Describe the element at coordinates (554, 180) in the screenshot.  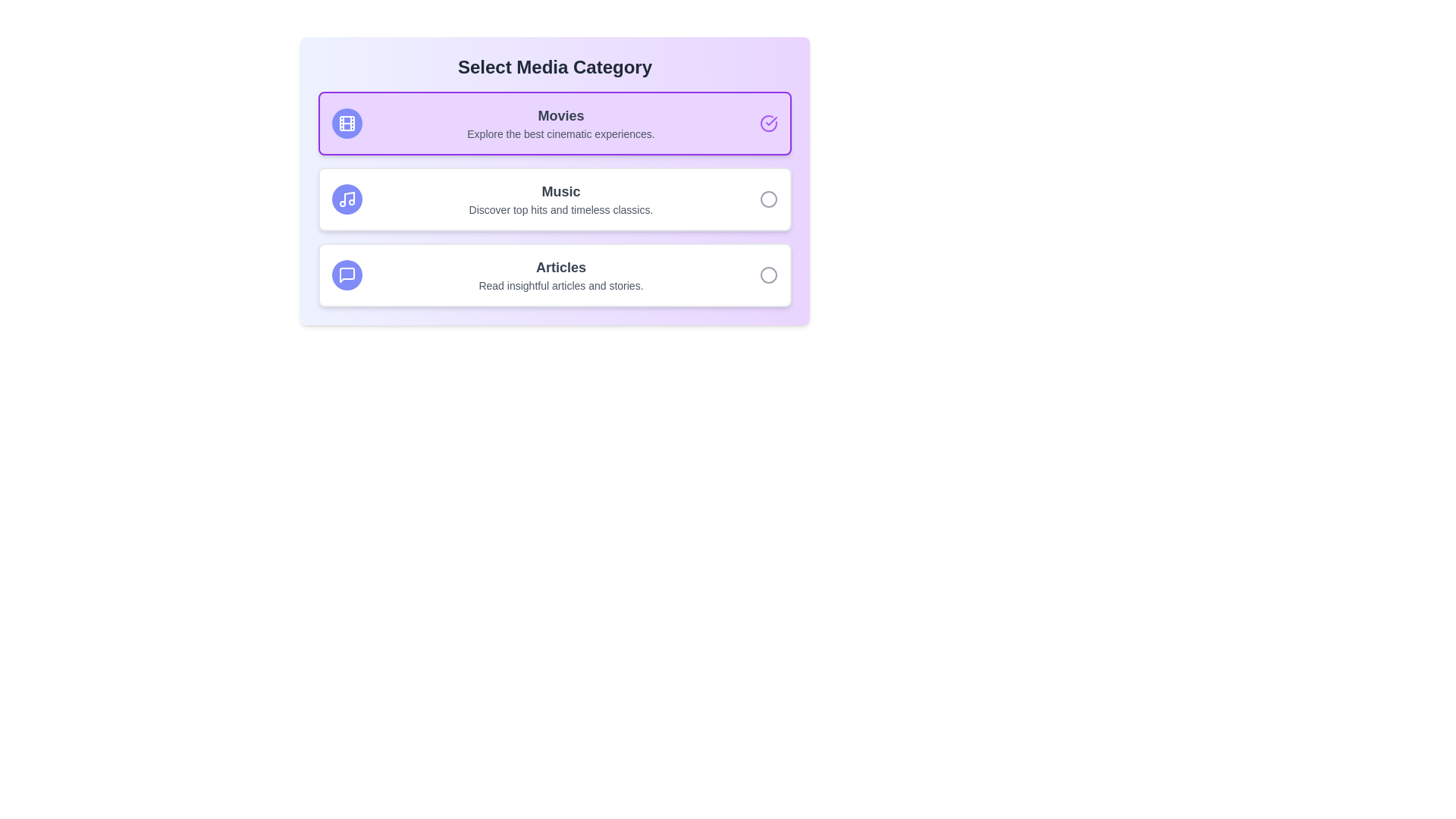
I see `a category row within the Selector card component titled 'Select Media Category'` at that location.